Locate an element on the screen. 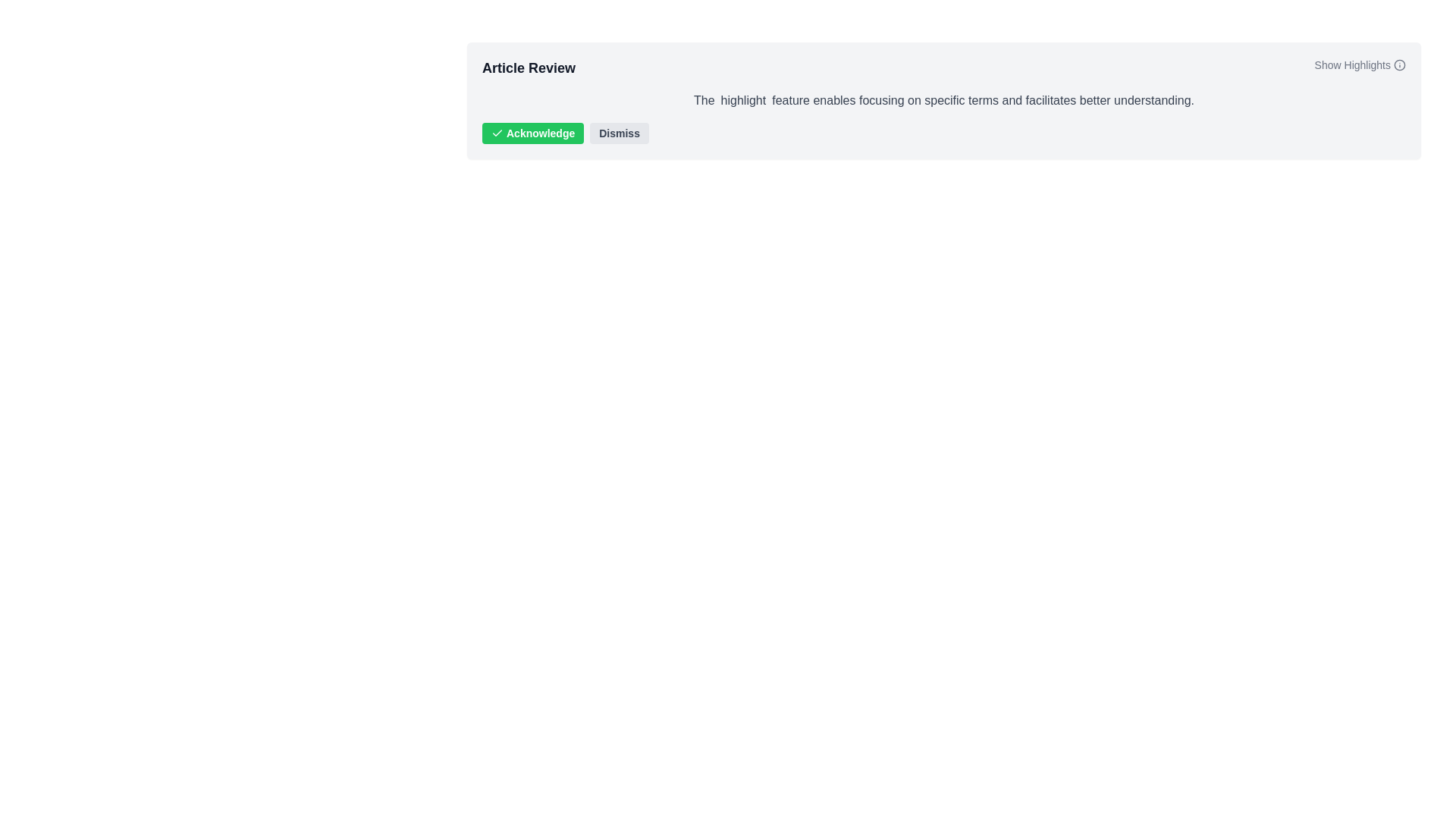  text content block displaying the sentence: 'The highlight feature enables focusing on specific terms and facilitates better understanding.' located below the title 'Article Review' and above the 'Acknowledge' and 'Dismiss' buttons is located at coordinates (943, 100).